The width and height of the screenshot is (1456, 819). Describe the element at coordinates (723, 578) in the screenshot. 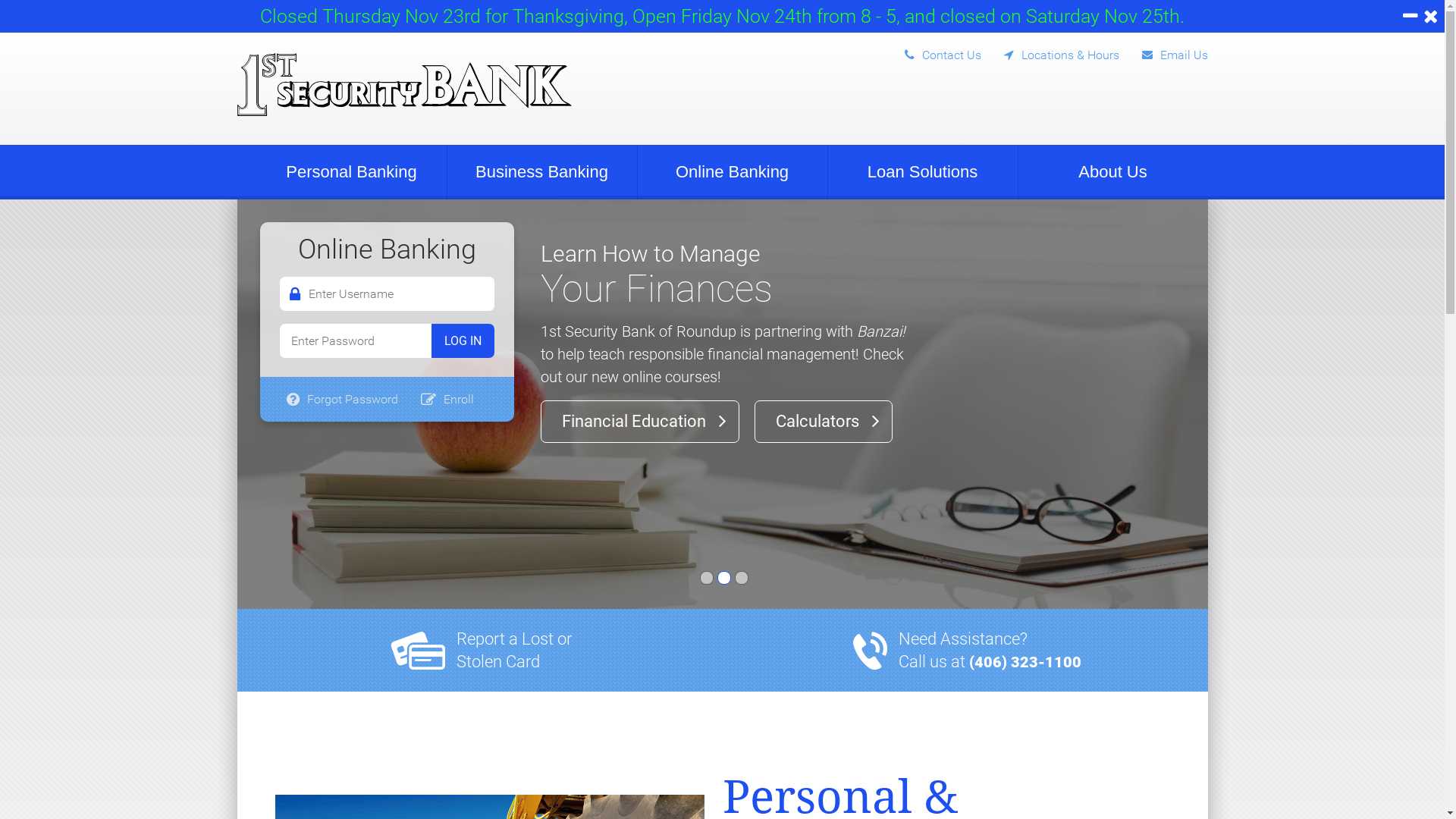

I see `'Slide-02'` at that location.